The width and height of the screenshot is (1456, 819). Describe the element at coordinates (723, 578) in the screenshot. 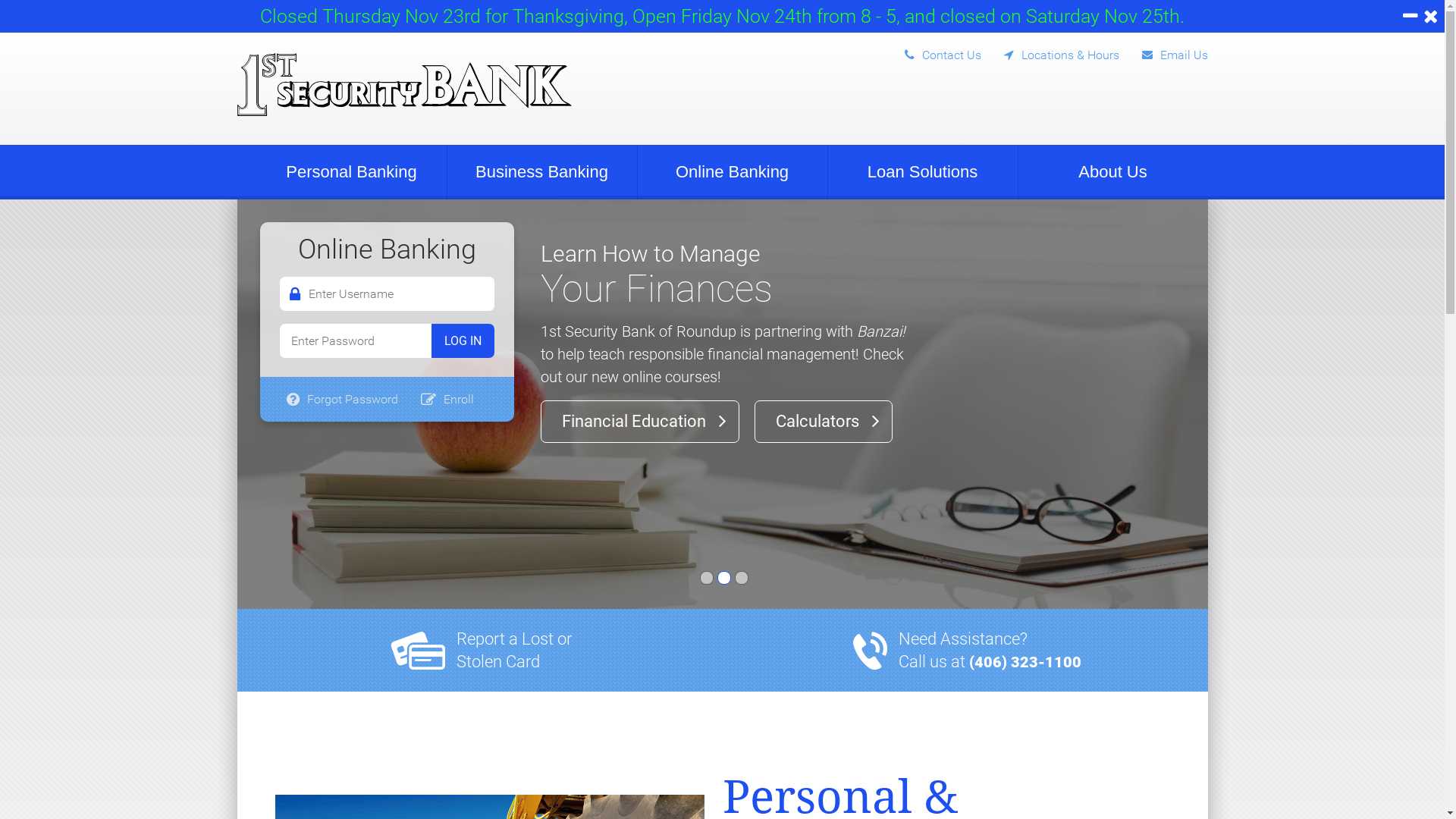

I see `'Slide-02'` at that location.